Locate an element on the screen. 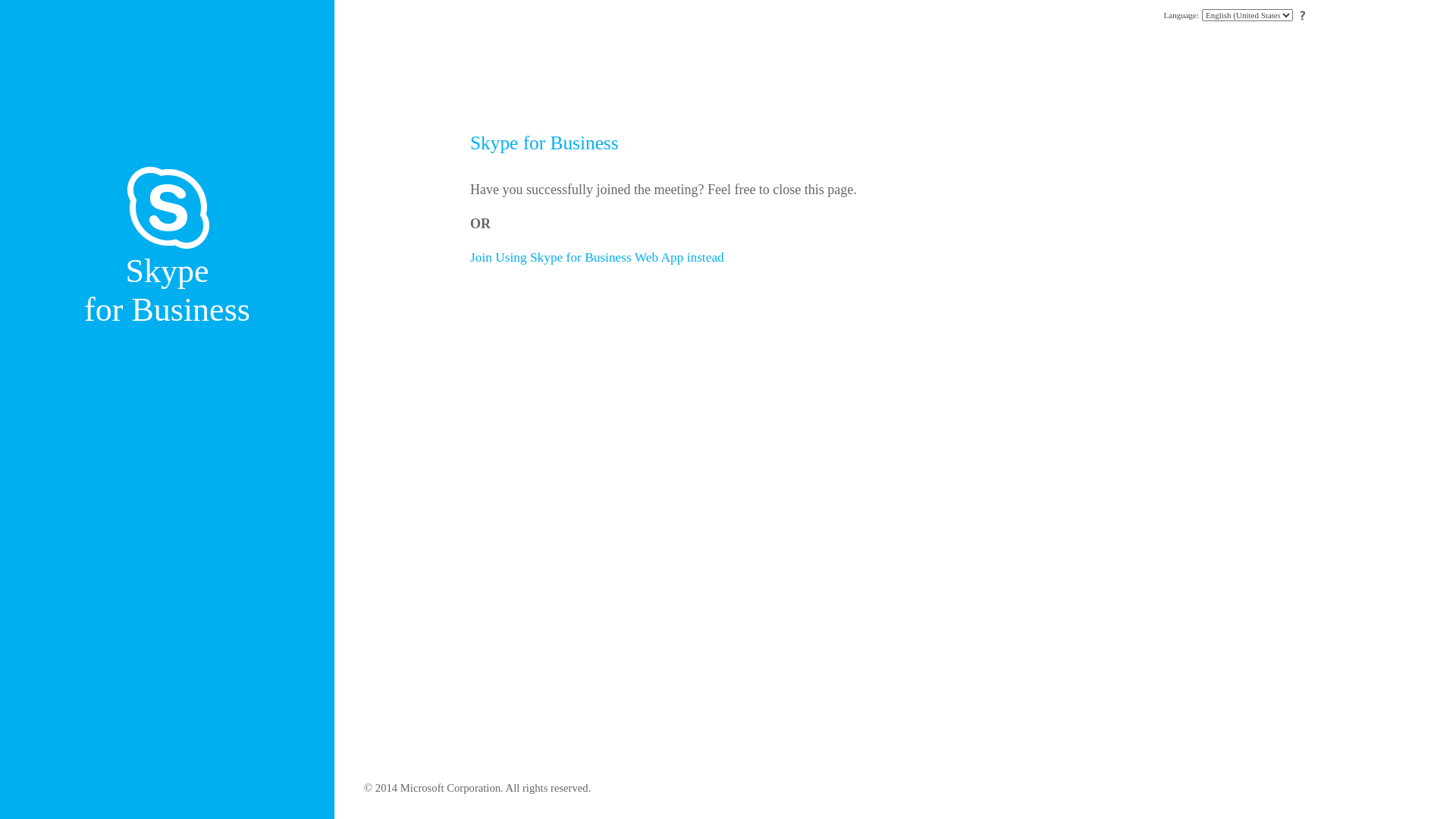 Image resolution: width=1456 pixels, height=819 pixels. 'Online Help' is located at coordinates (1302, 15).